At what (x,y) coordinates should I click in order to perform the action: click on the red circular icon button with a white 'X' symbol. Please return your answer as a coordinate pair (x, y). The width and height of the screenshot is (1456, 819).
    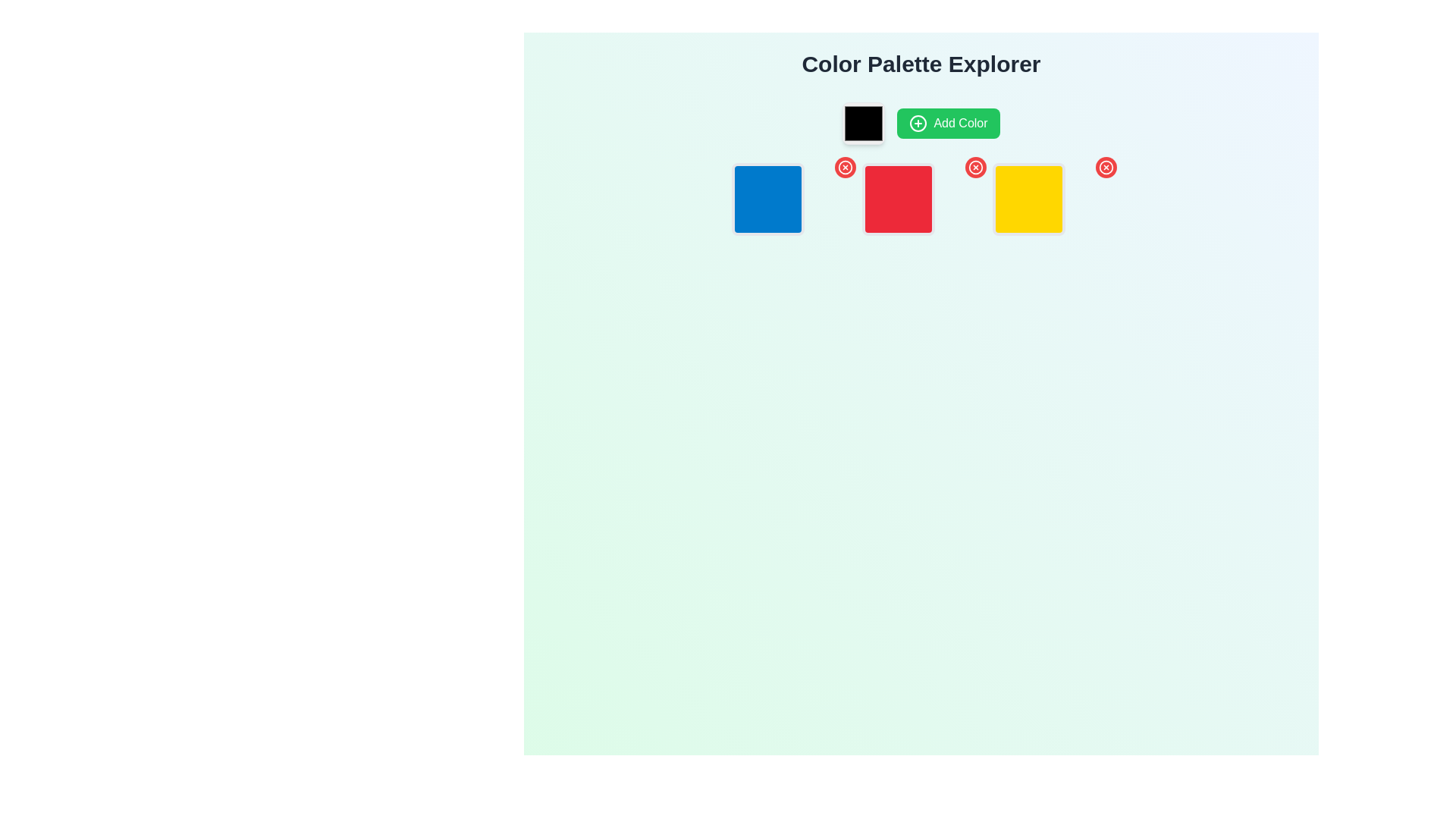
    Looking at the image, I should click on (975, 167).